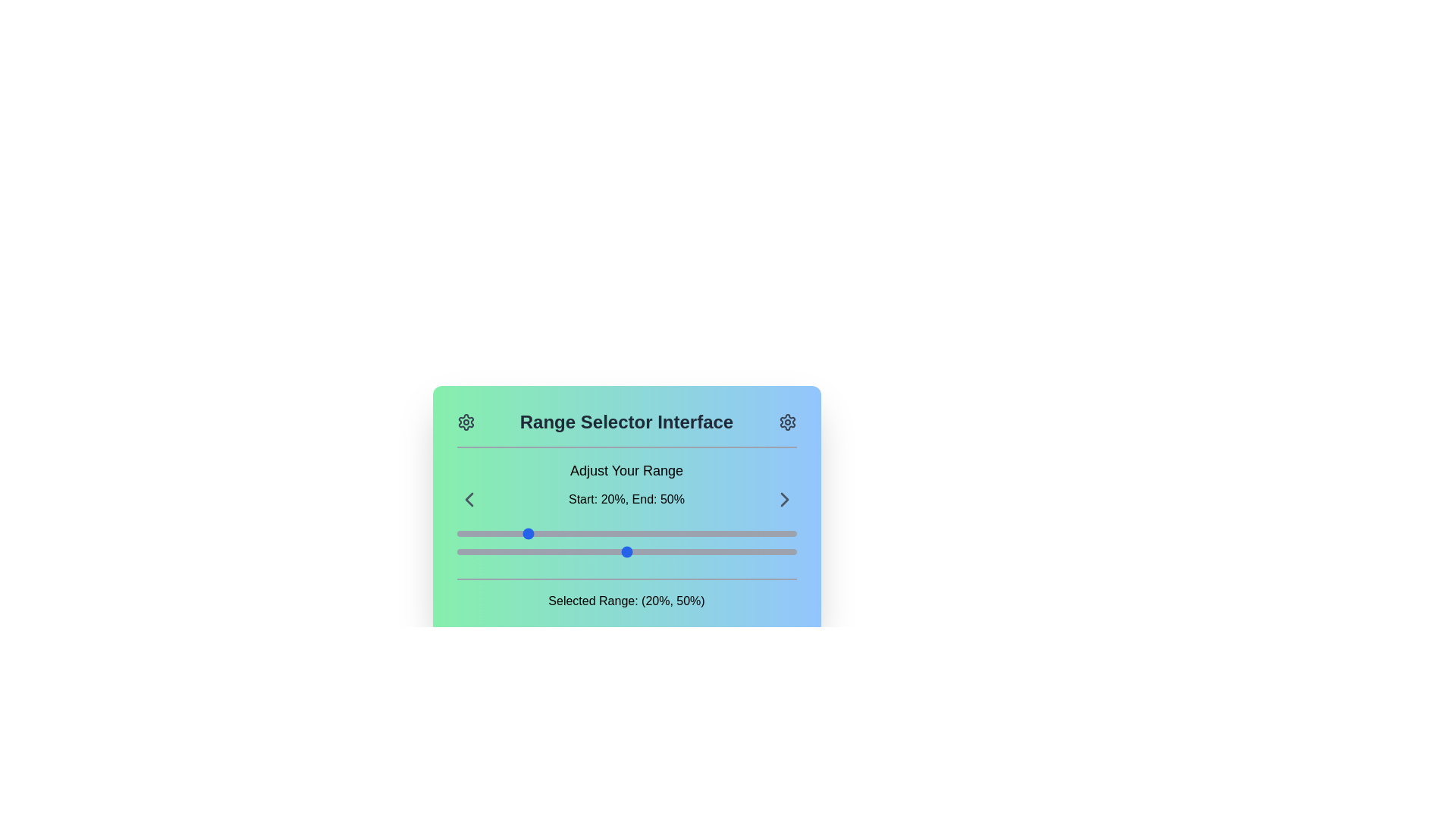 This screenshot has height=819, width=1456. What do you see at coordinates (786, 533) in the screenshot?
I see `the slider` at bounding box center [786, 533].